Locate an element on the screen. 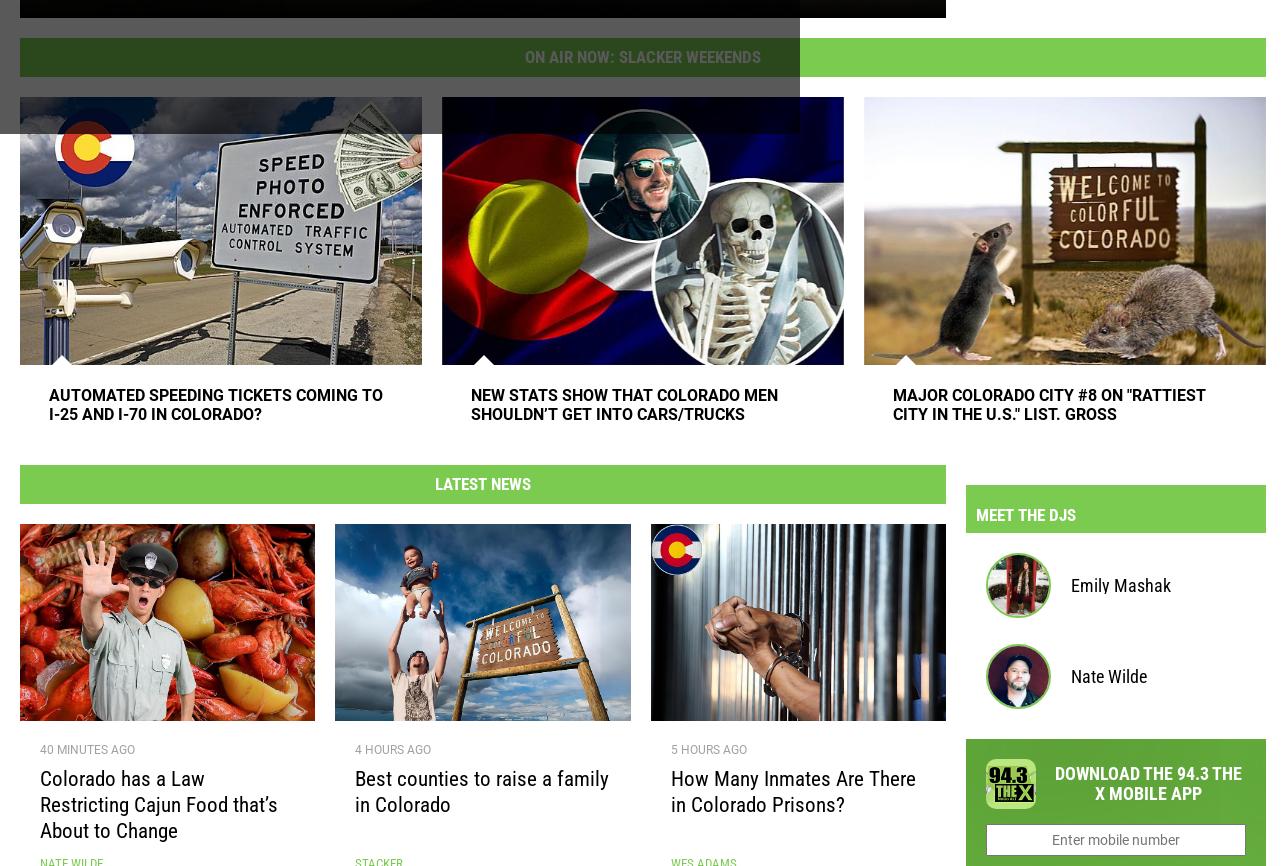 This screenshot has height=866, width=1286. 'How Many Inmates Are There in Colorado Prisons?' is located at coordinates (792, 799).